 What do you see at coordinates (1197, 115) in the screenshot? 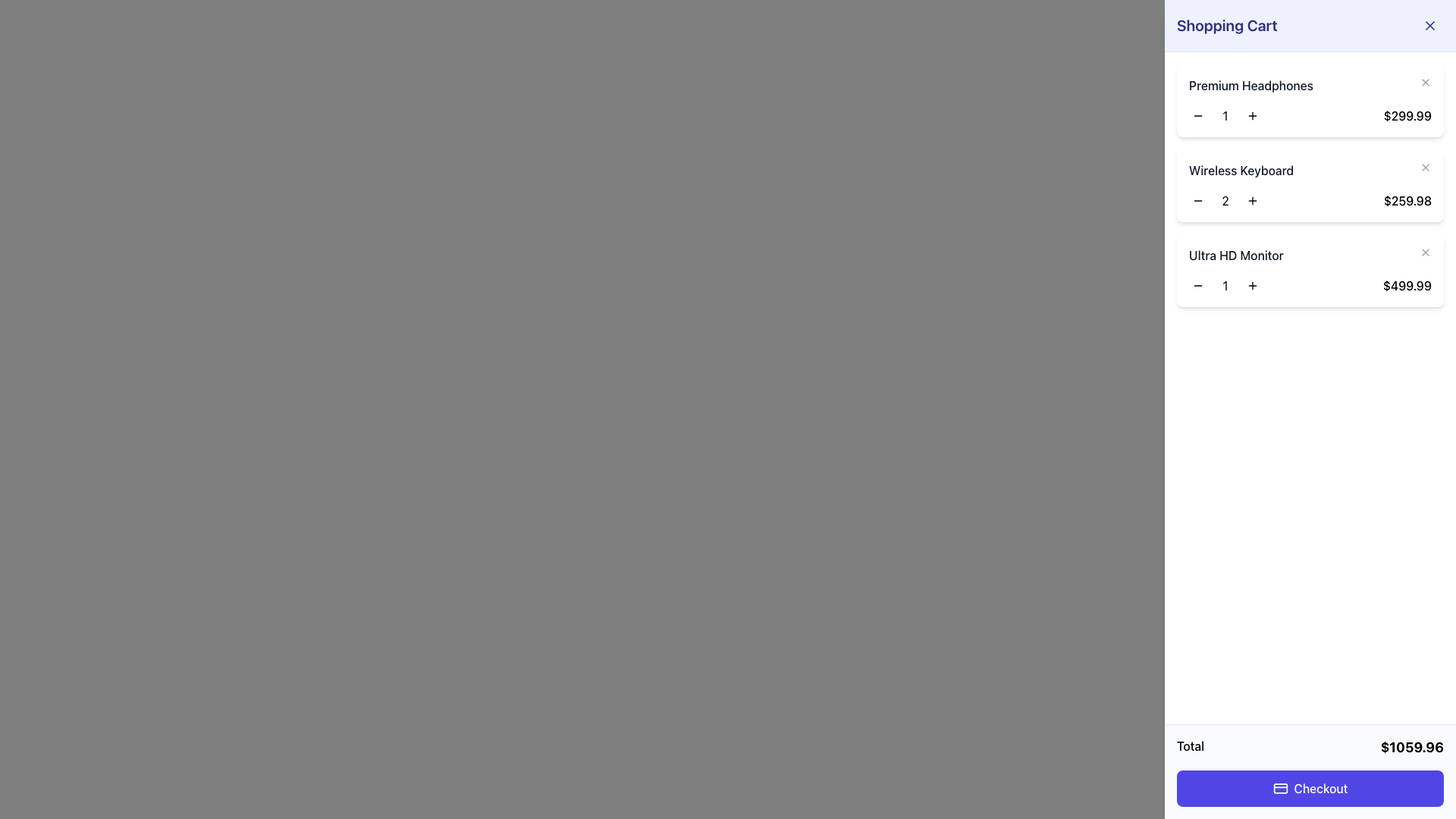
I see `the decrement button for the 'Premium Headphones' in the shopping cart` at bounding box center [1197, 115].